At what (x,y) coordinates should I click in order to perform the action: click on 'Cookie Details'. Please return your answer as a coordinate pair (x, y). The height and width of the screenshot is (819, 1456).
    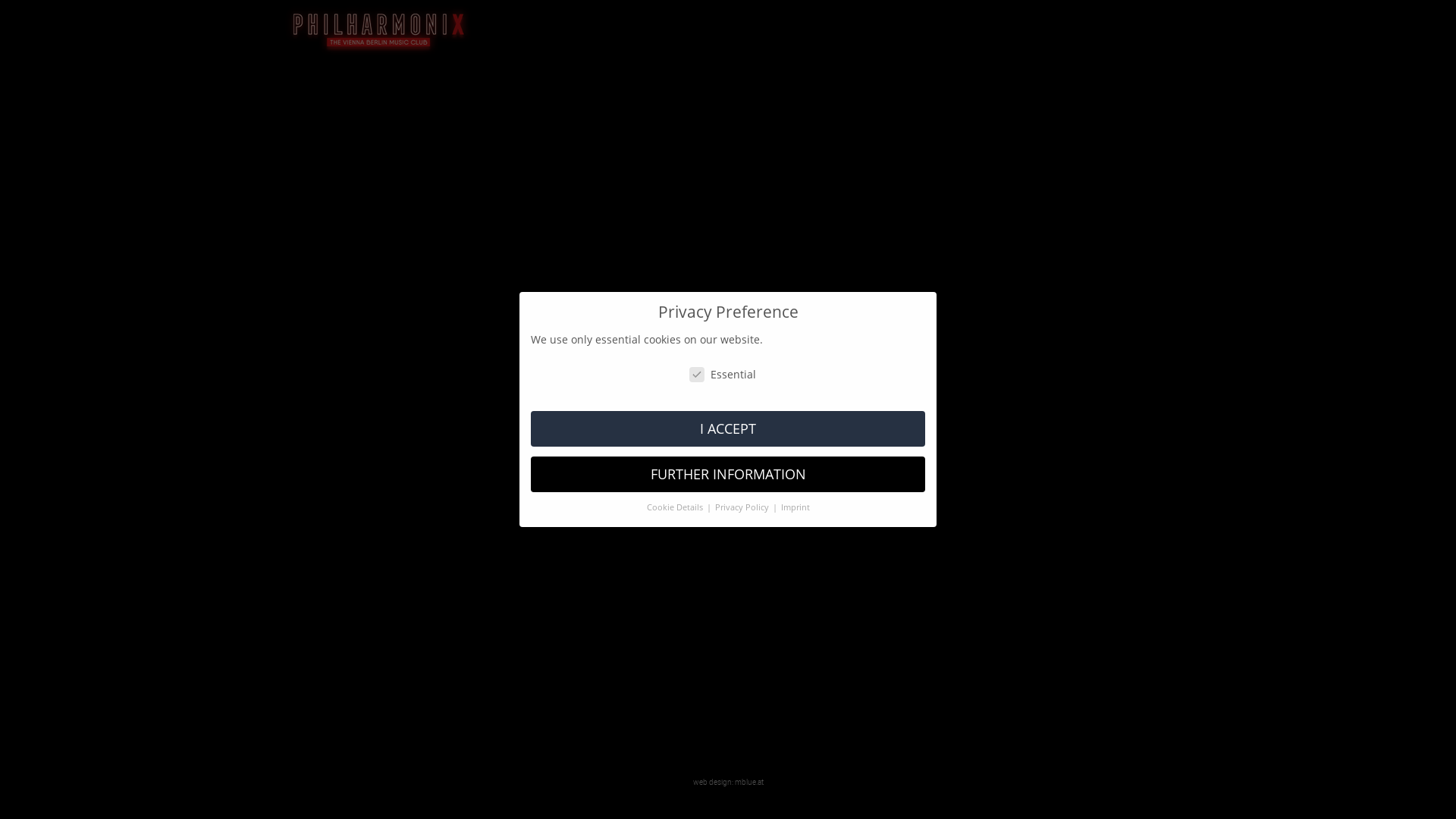
    Looking at the image, I should click on (674, 507).